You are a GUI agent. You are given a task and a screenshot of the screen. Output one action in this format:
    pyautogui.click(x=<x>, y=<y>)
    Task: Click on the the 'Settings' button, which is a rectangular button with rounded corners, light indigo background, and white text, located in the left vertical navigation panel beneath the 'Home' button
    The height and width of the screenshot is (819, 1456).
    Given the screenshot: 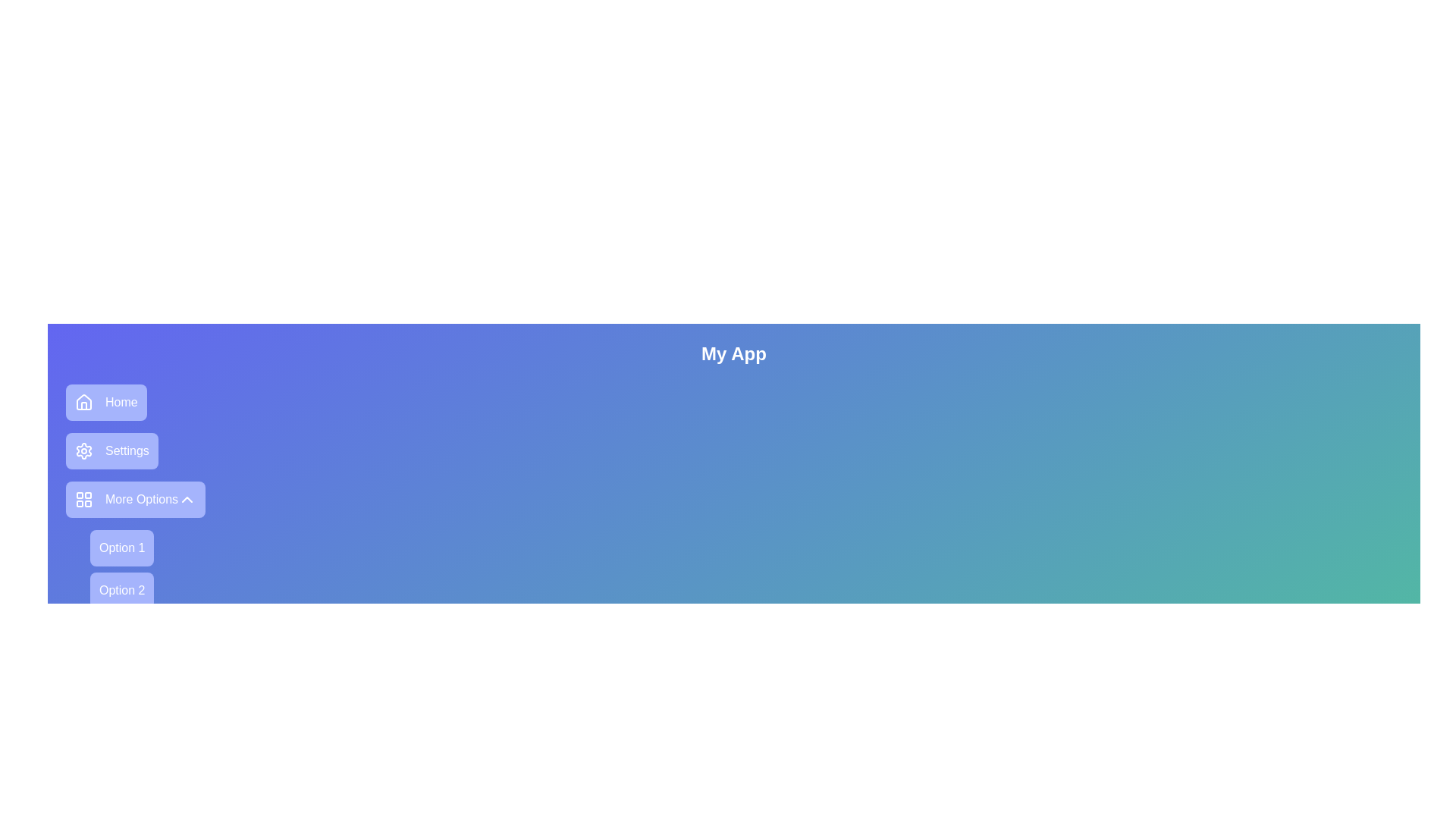 What is the action you would take?
    pyautogui.click(x=111, y=450)
    